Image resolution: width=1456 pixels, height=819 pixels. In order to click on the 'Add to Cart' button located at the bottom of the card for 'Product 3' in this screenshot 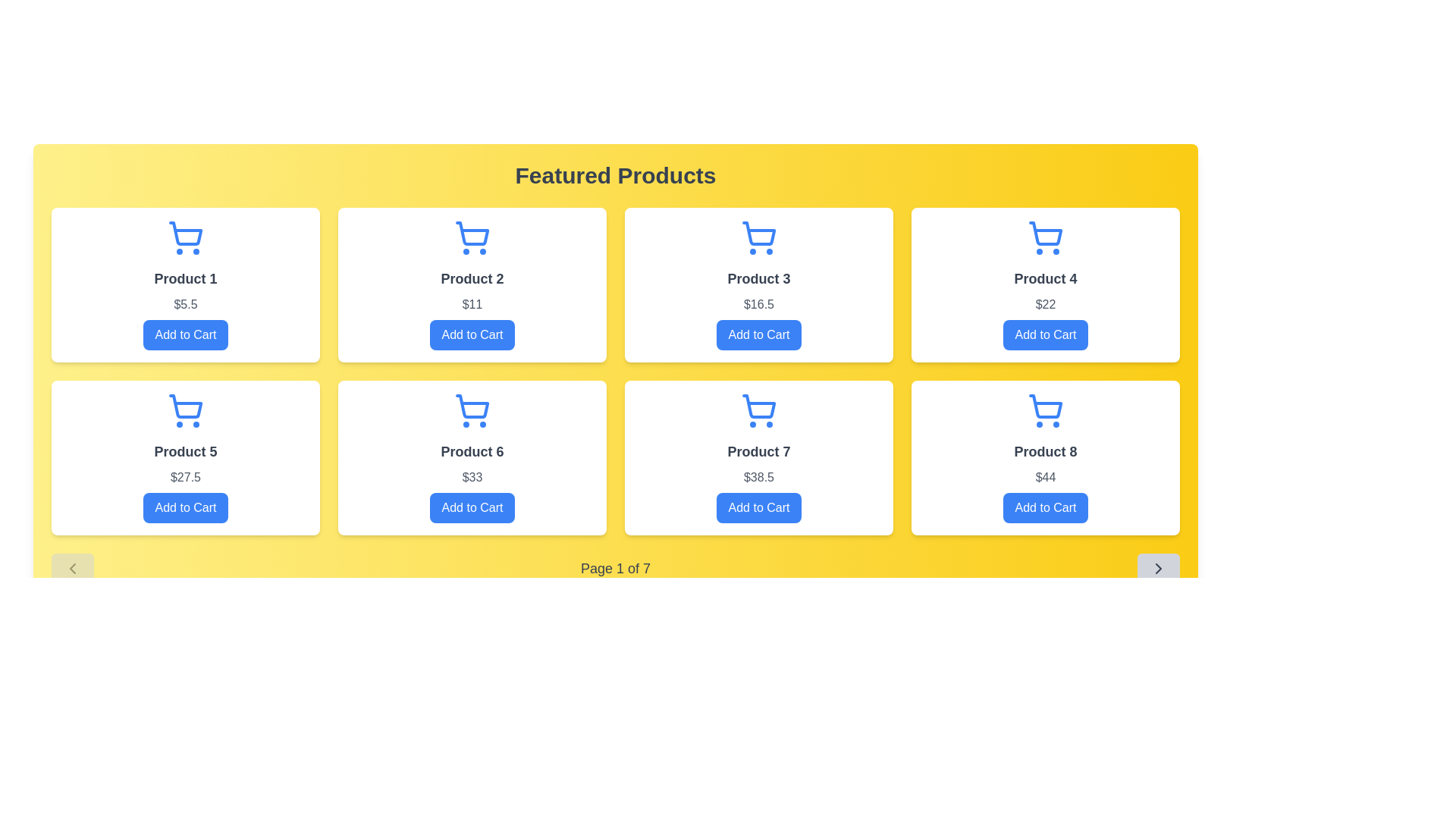, I will do `click(759, 334)`.